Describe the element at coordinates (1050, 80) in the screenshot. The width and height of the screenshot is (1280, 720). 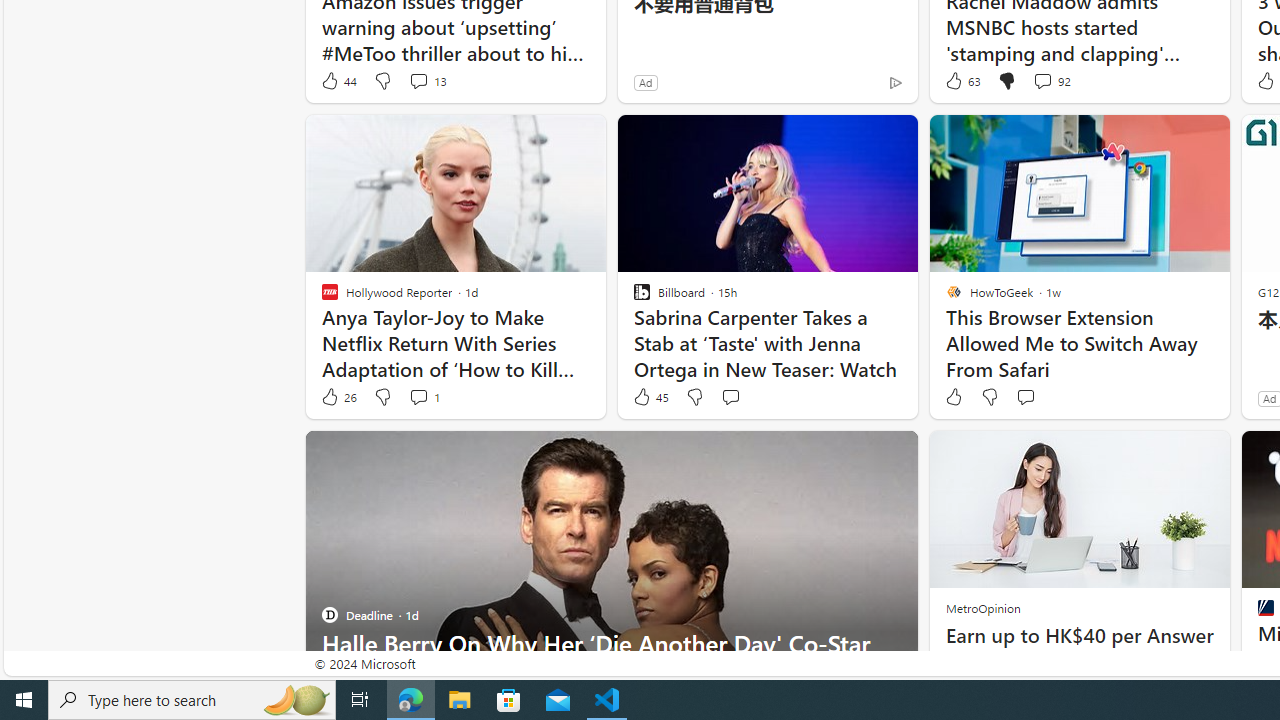
I see `'View comments 92 Comment'` at that location.